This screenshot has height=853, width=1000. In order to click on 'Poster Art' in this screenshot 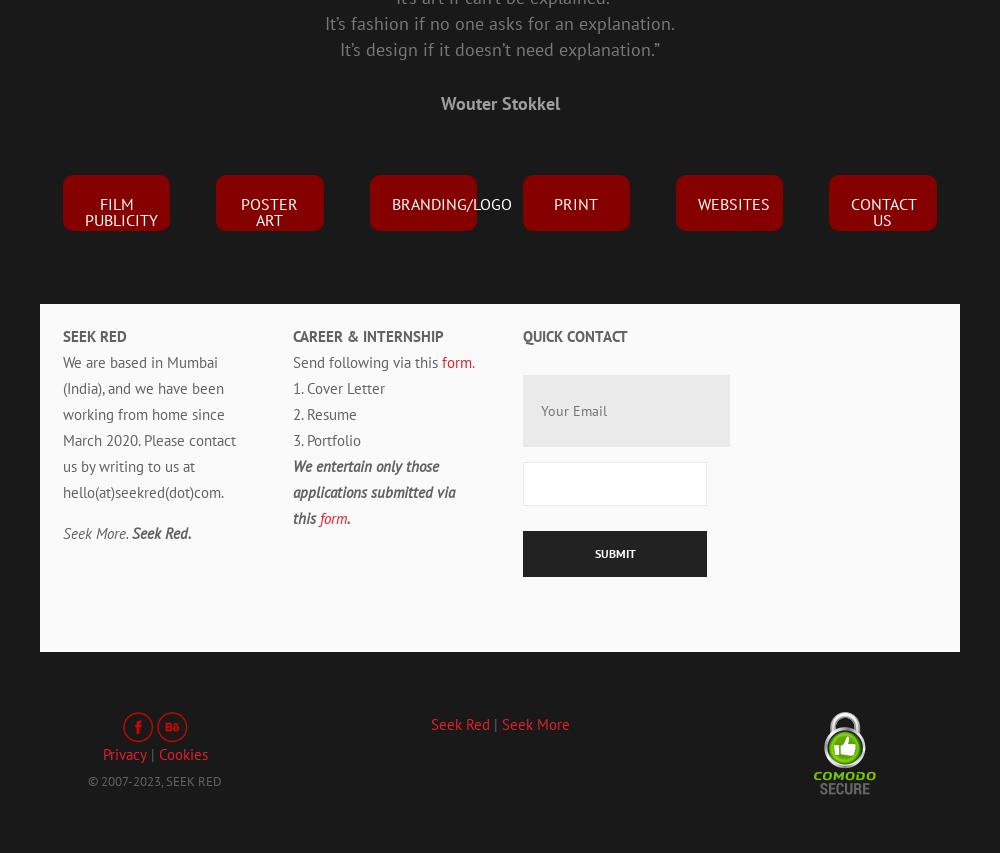, I will do `click(269, 210)`.